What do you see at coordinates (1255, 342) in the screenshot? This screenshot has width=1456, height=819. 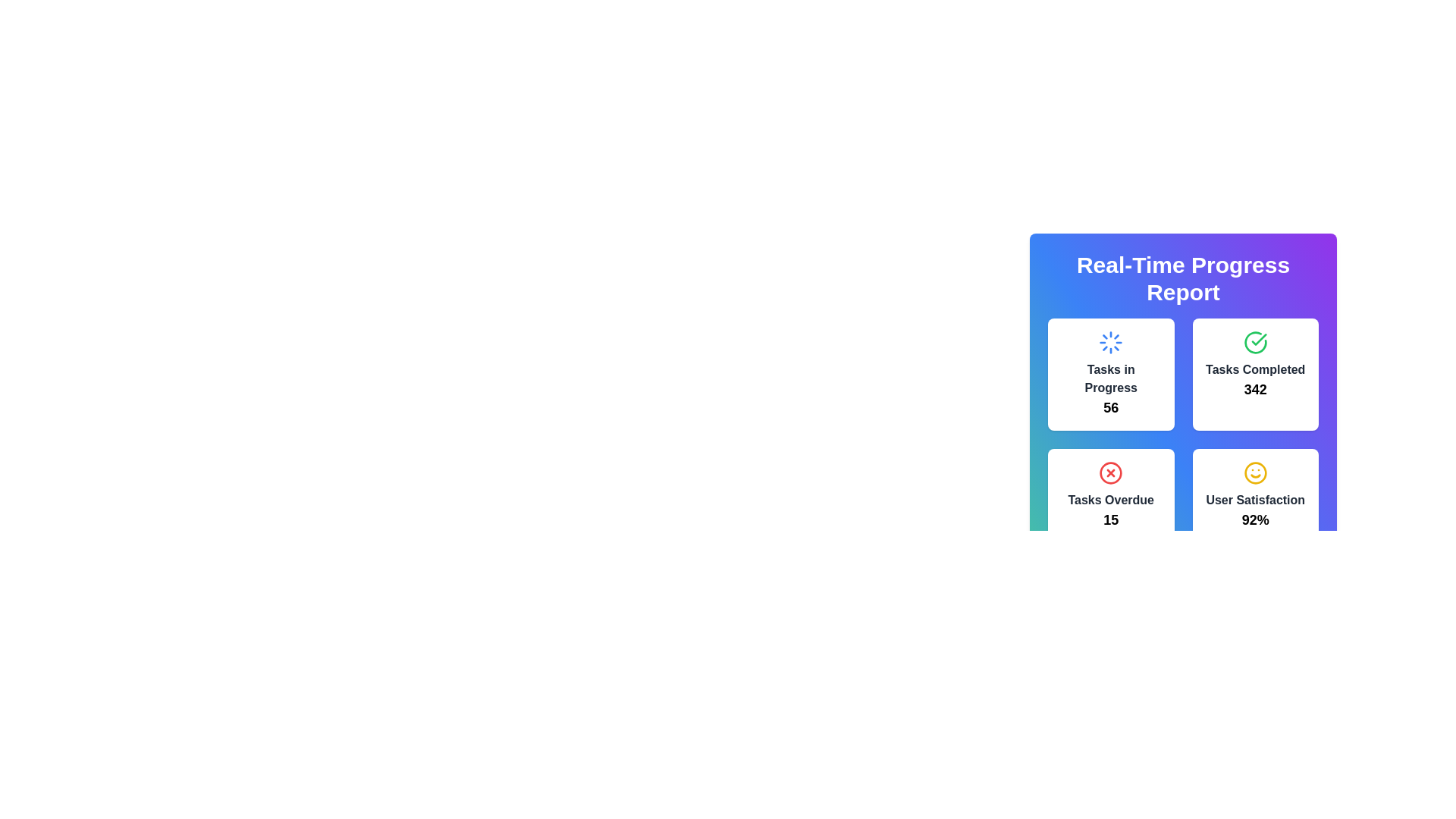 I see `the checkmark indicator icon located within the 'Tasks Completed' card displaying the number '342' in the top-right quadrant of the grid layout` at bounding box center [1255, 342].